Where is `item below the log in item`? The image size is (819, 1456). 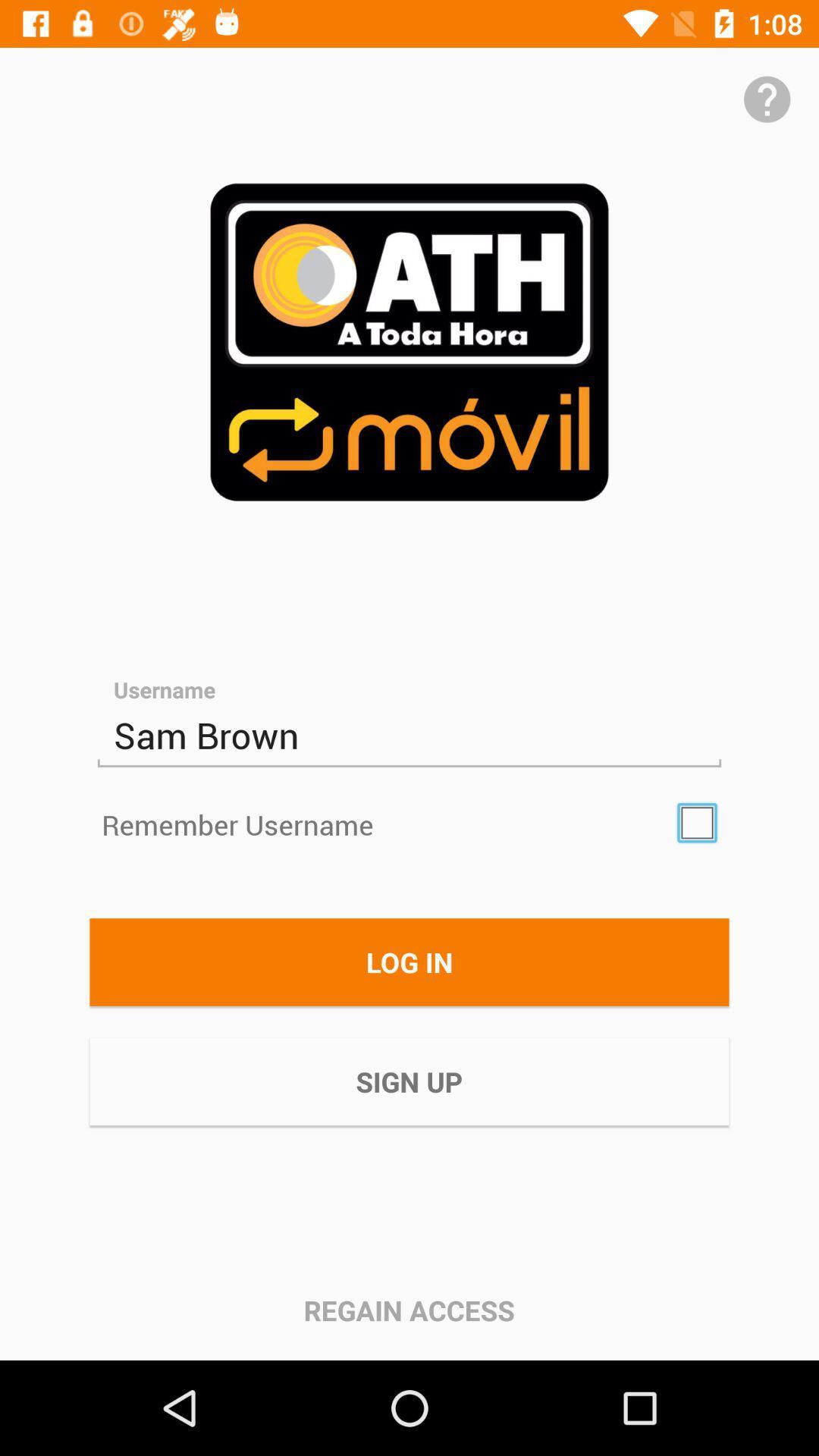
item below the log in item is located at coordinates (409, 1081).